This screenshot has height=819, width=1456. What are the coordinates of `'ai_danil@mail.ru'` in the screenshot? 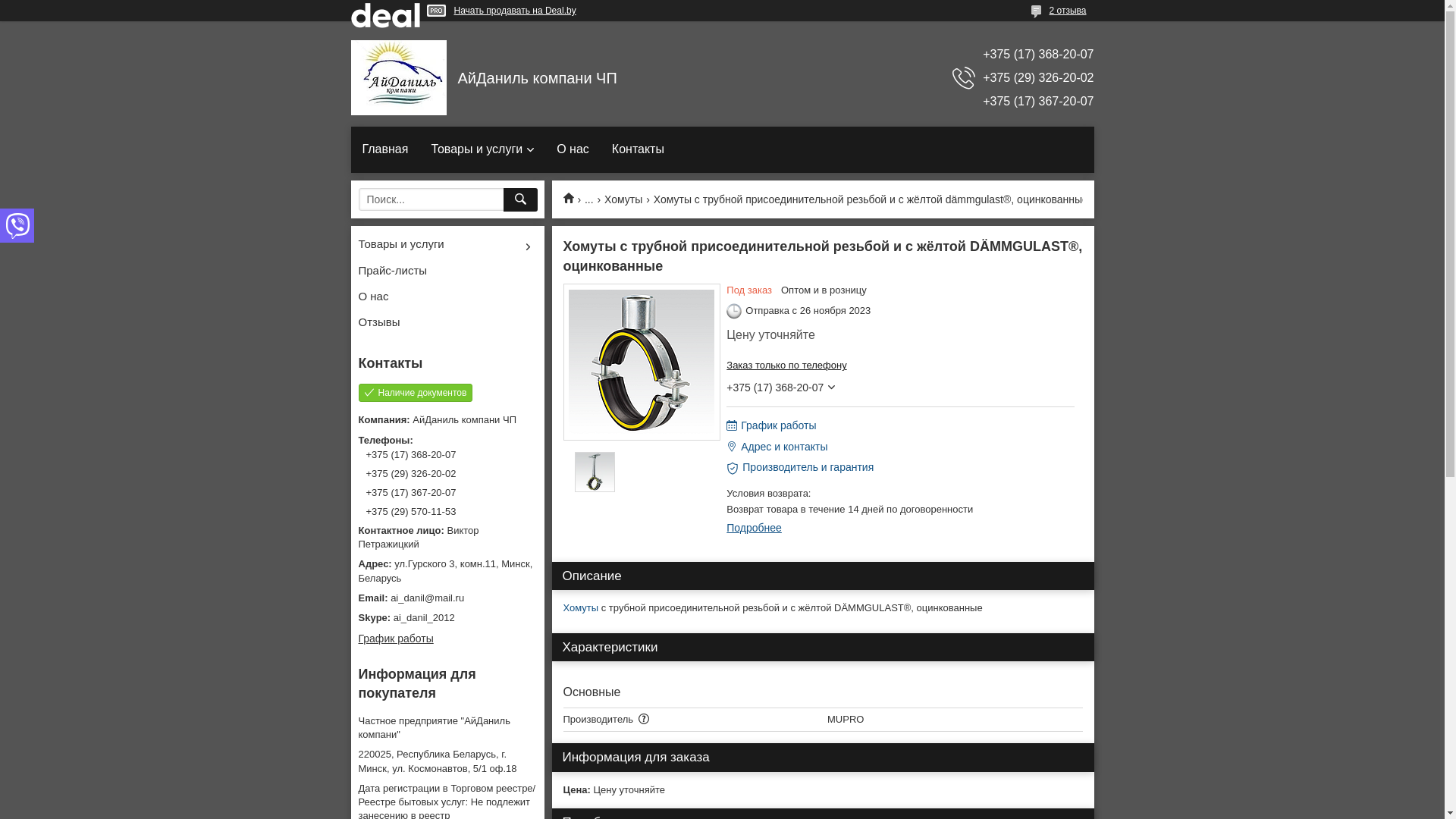 It's located at (446, 598).